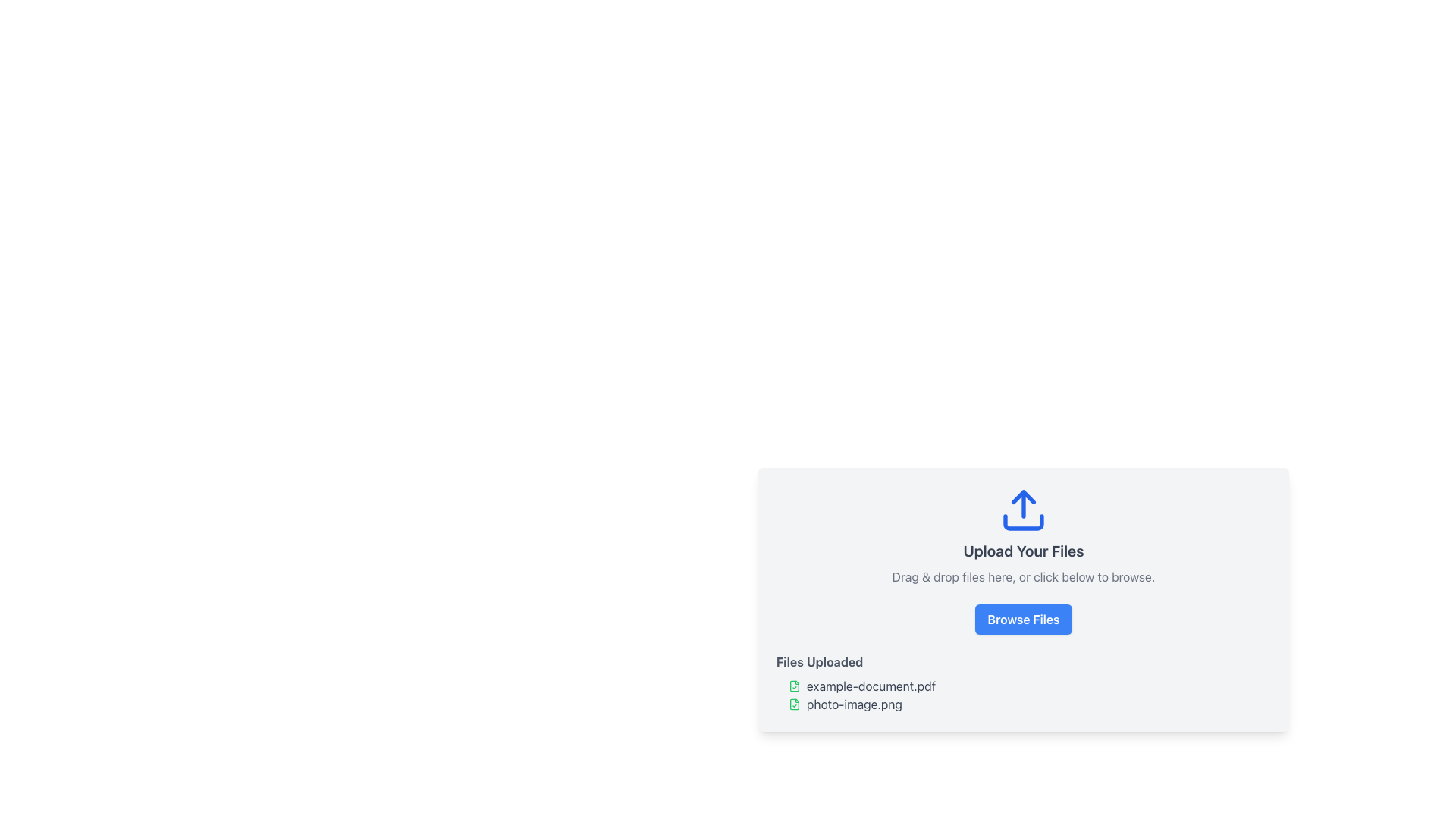  Describe the element at coordinates (854, 704) in the screenshot. I see `the text label representing the filename for an uploaded file in the 'Files Uploaded' section, which is the second item below 'example-document.pdf' and aligned with a green file validation icon` at that location.